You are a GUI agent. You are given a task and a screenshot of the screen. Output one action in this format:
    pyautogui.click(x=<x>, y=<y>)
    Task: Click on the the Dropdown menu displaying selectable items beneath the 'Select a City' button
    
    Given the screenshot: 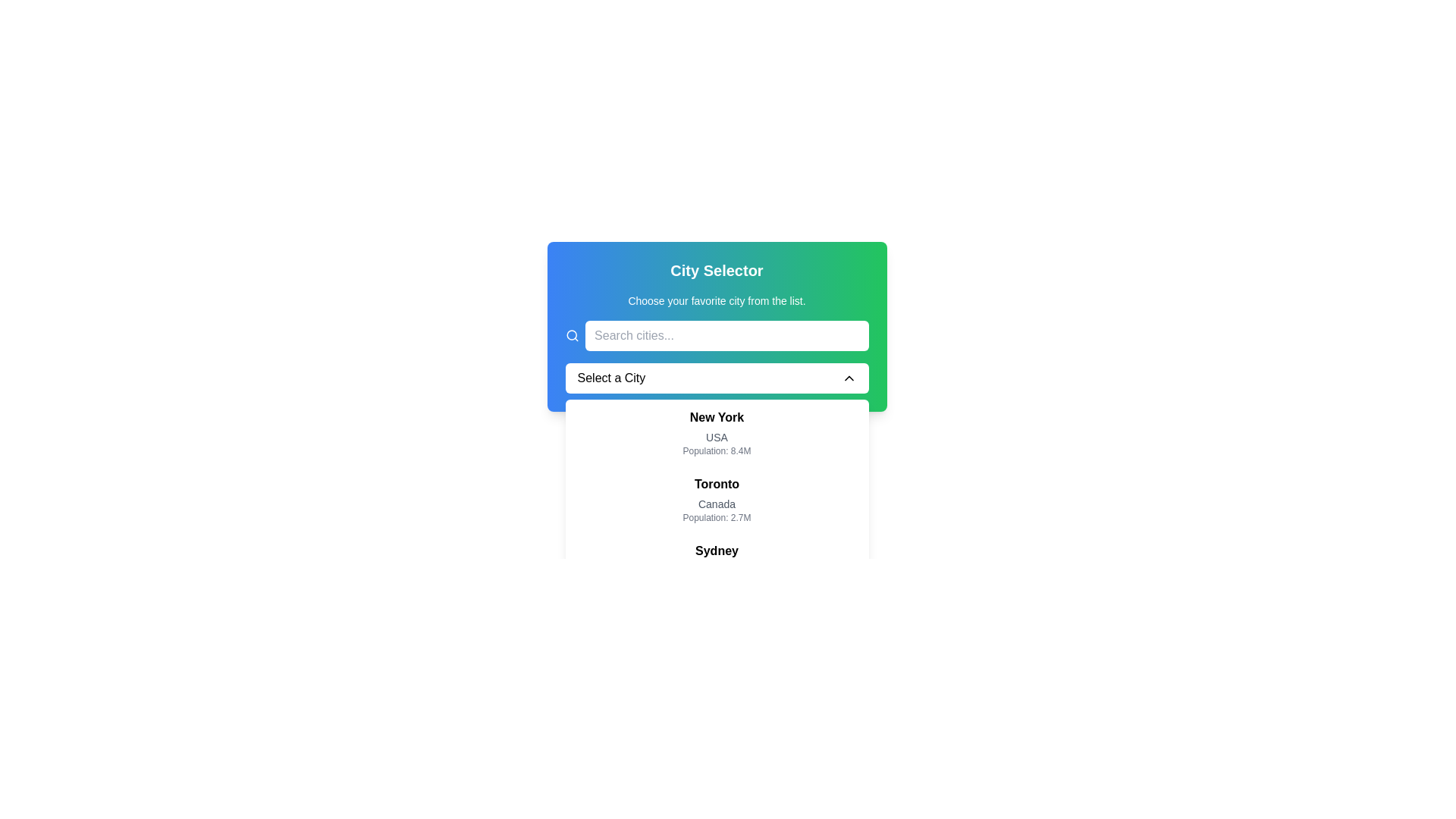 What is the action you would take?
    pyautogui.click(x=716, y=532)
    